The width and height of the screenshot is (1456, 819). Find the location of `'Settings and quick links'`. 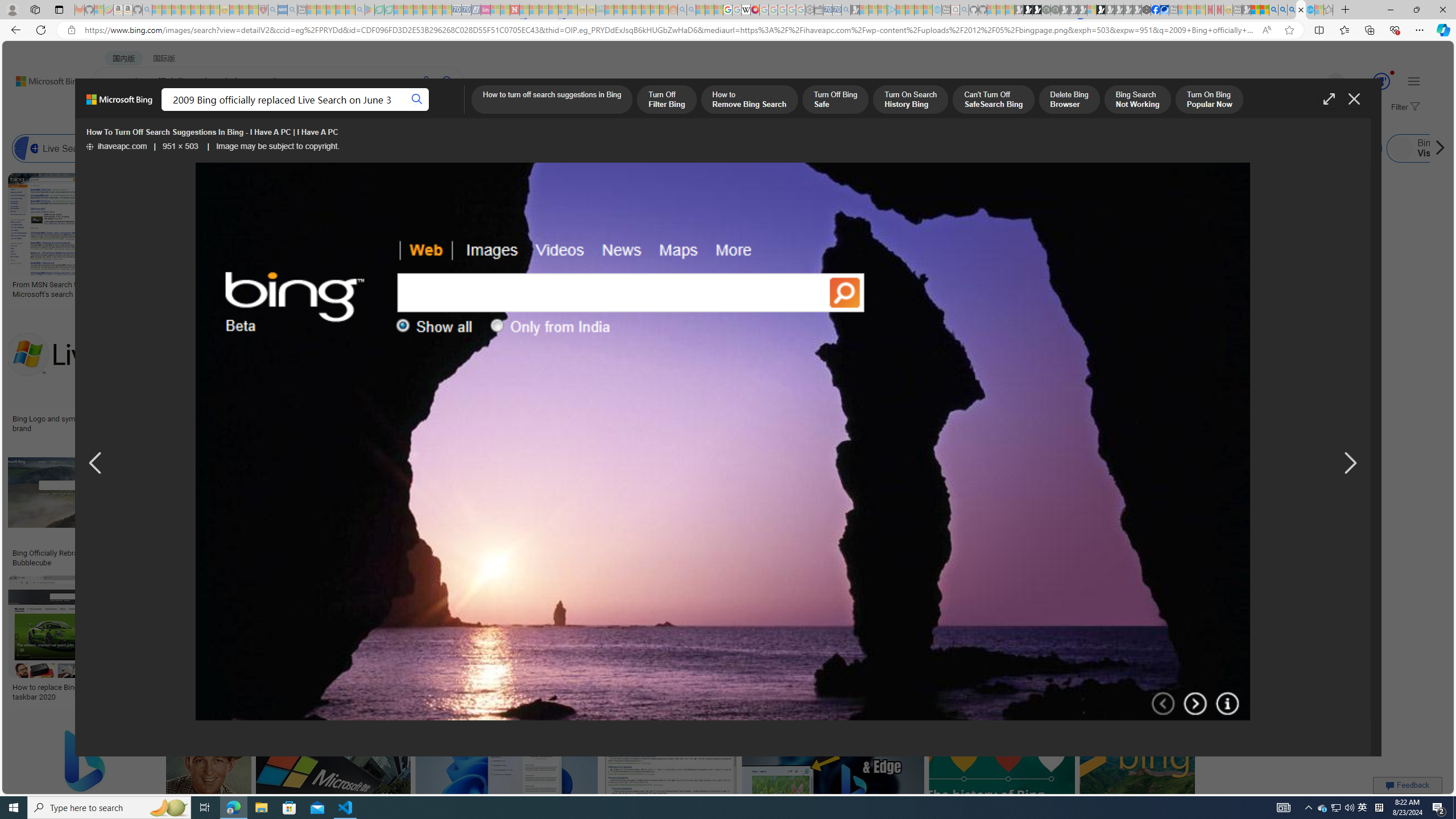

'Settings and quick links' is located at coordinates (1413, 80).